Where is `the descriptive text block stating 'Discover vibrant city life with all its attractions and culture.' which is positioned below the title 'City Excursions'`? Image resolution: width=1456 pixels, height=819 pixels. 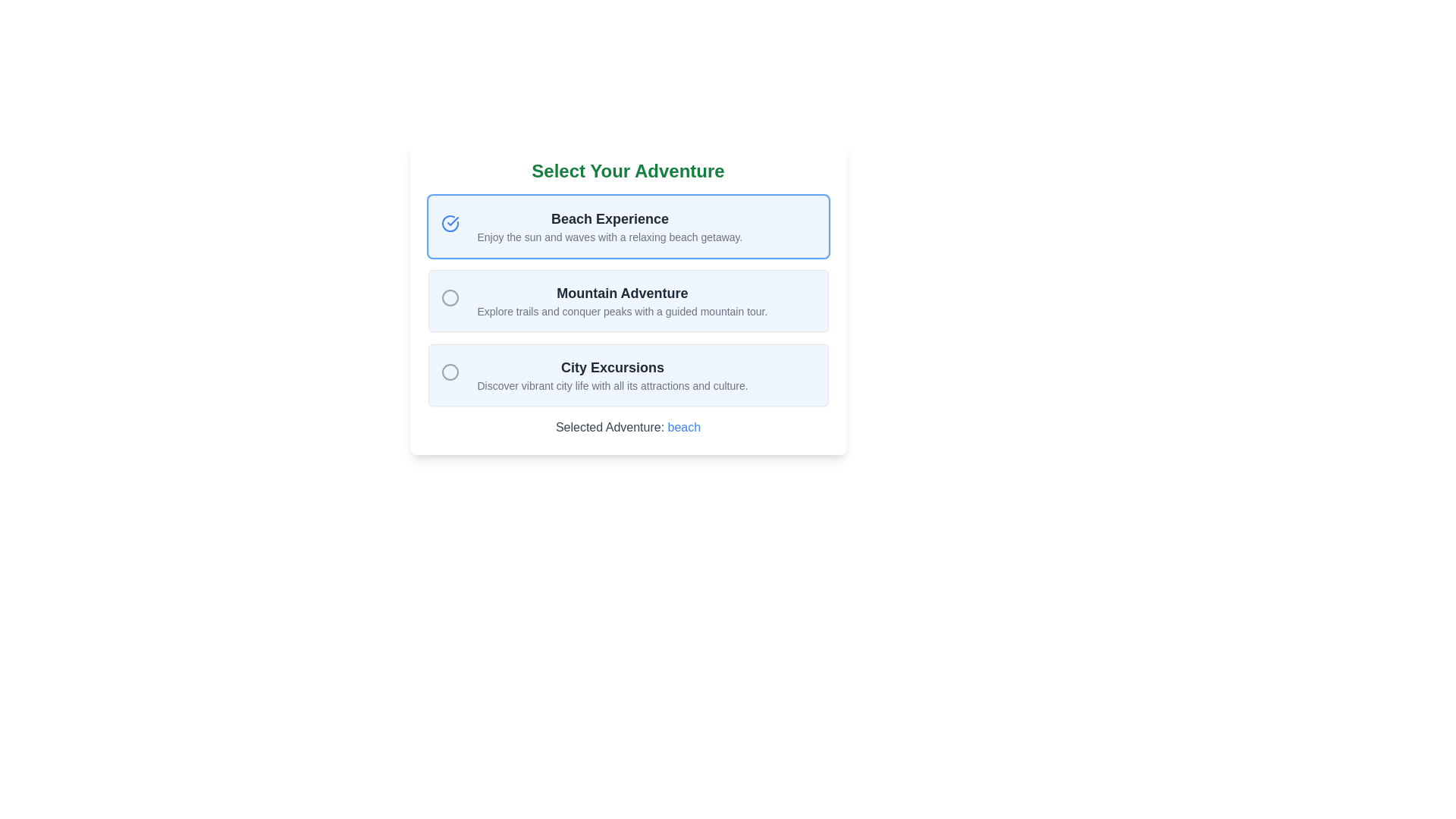 the descriptive text block stating 'Discover vibrant city life with all its attractions and culture.' which is positioned below the title 'City Excursions' is located at coordinates (613, 385).